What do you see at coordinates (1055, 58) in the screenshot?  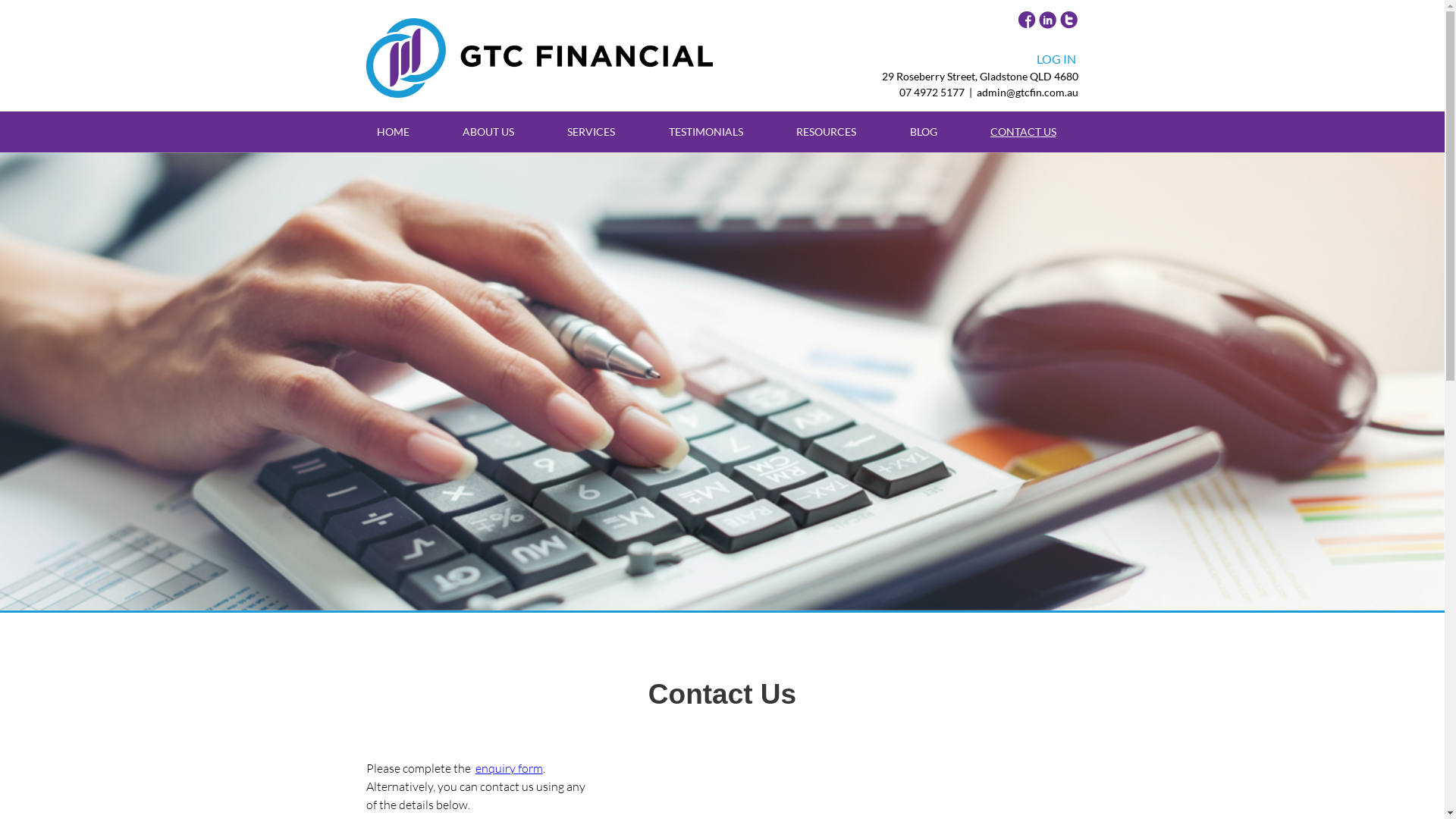 I see `'LOG IN'` at bounding box center [1055, 58].